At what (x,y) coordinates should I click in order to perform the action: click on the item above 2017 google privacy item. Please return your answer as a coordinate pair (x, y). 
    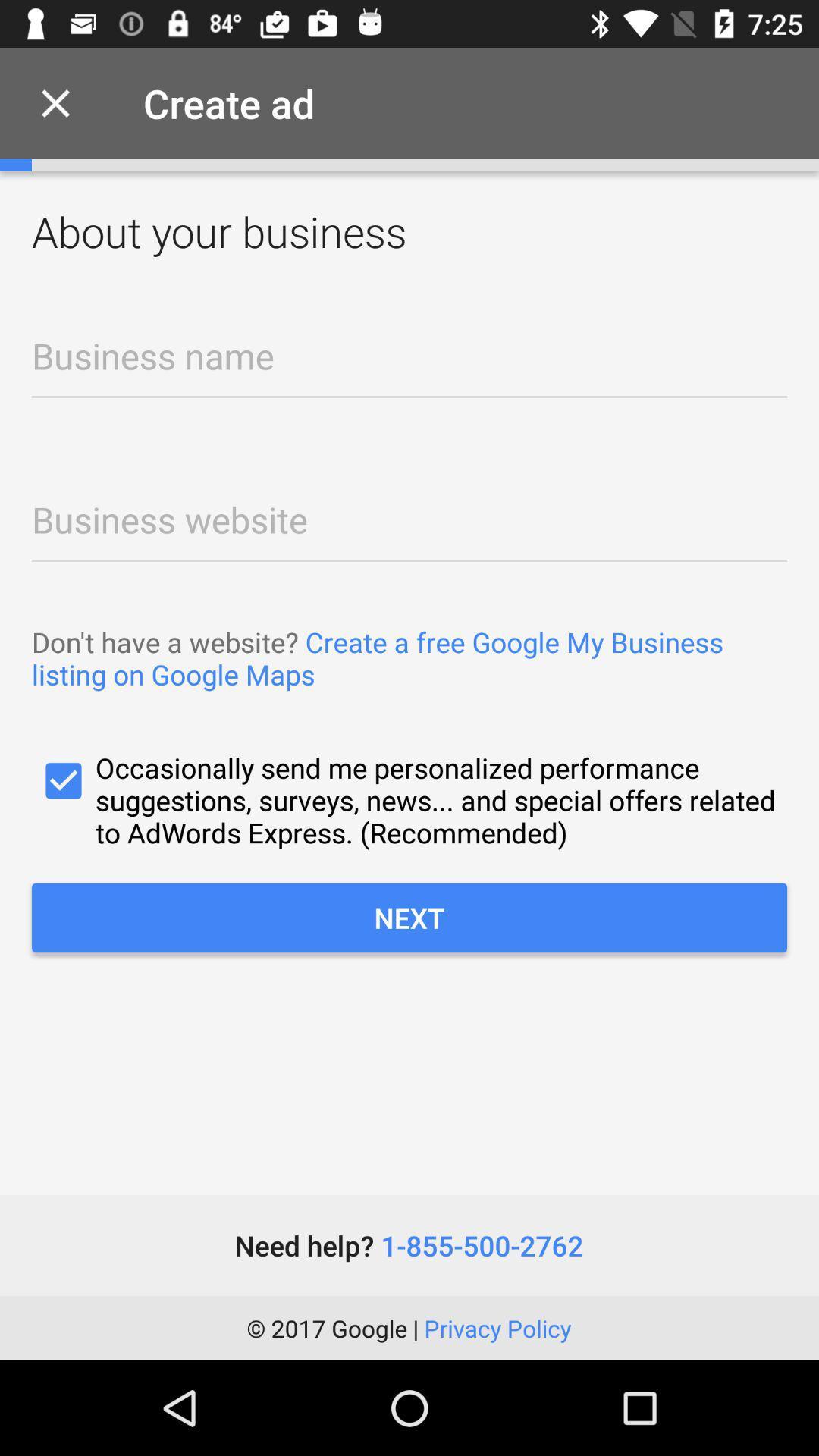
    Looking at the image, I should click on (408, 1245).